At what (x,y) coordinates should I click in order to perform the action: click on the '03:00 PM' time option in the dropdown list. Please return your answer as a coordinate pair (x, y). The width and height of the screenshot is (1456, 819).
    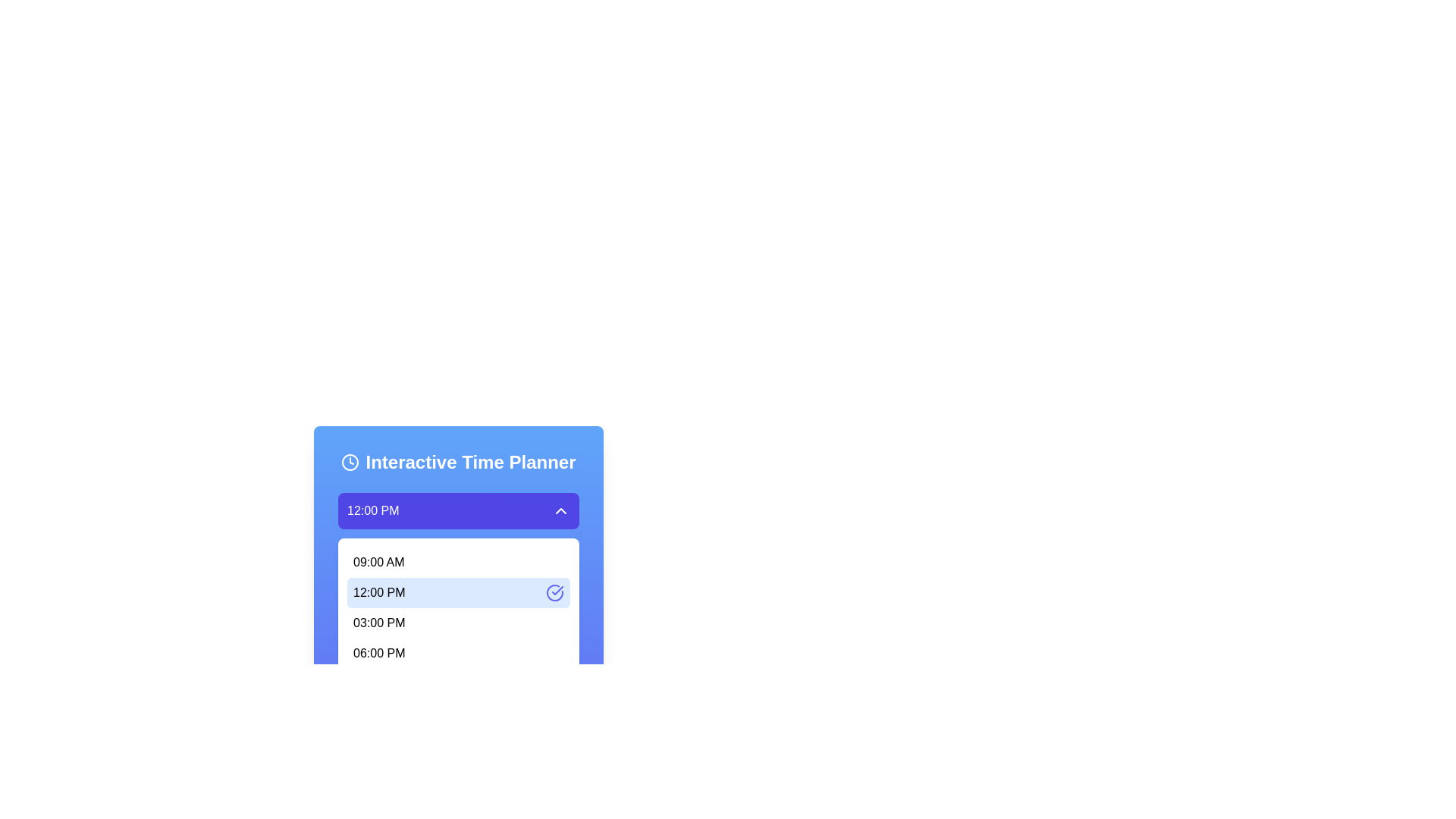
    Looking at the image, I should click on (457, 623).